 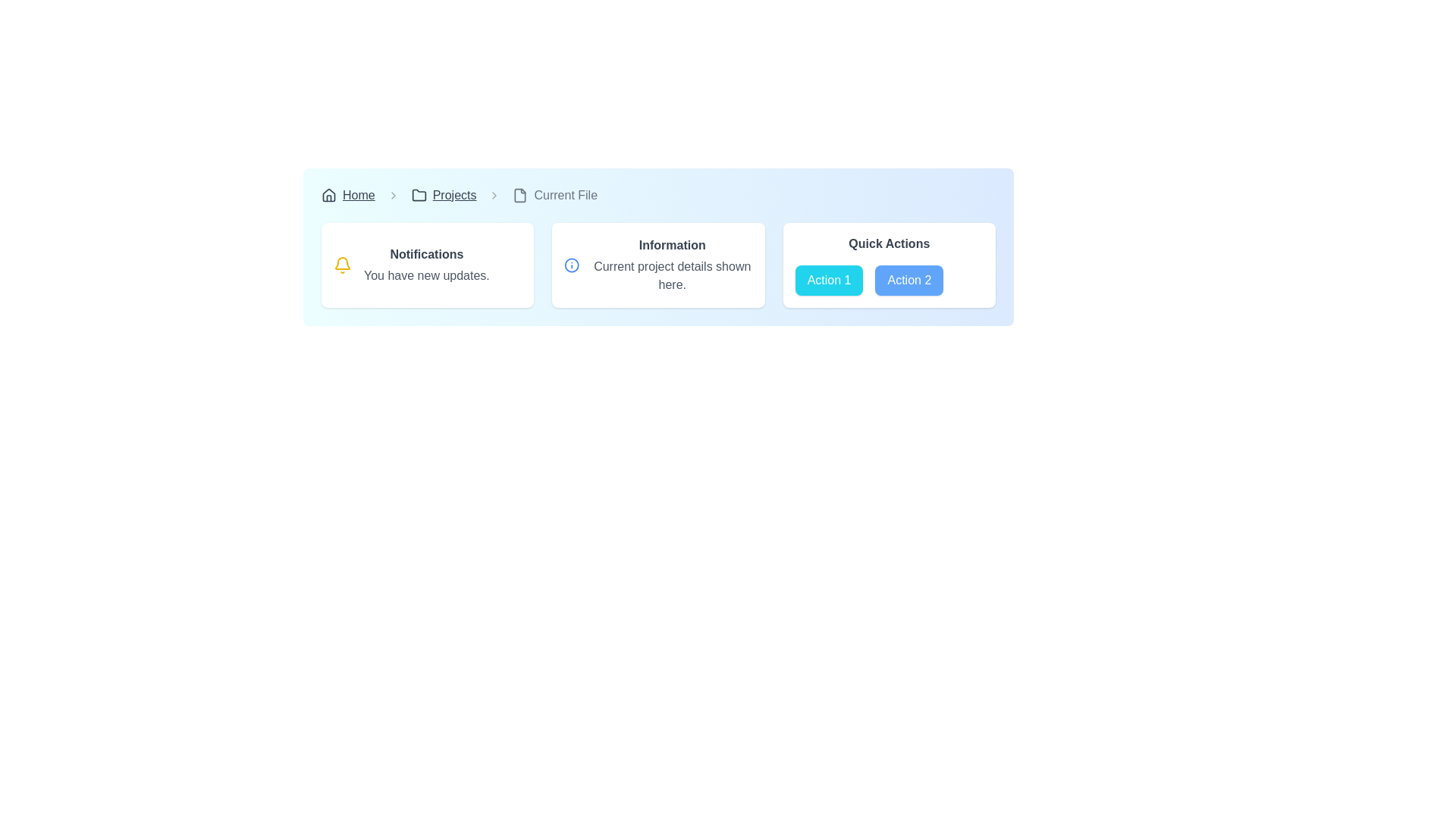 I want to click on the 'Projects' breadcrumb link with an associated icon, so click(x=443, y=195).